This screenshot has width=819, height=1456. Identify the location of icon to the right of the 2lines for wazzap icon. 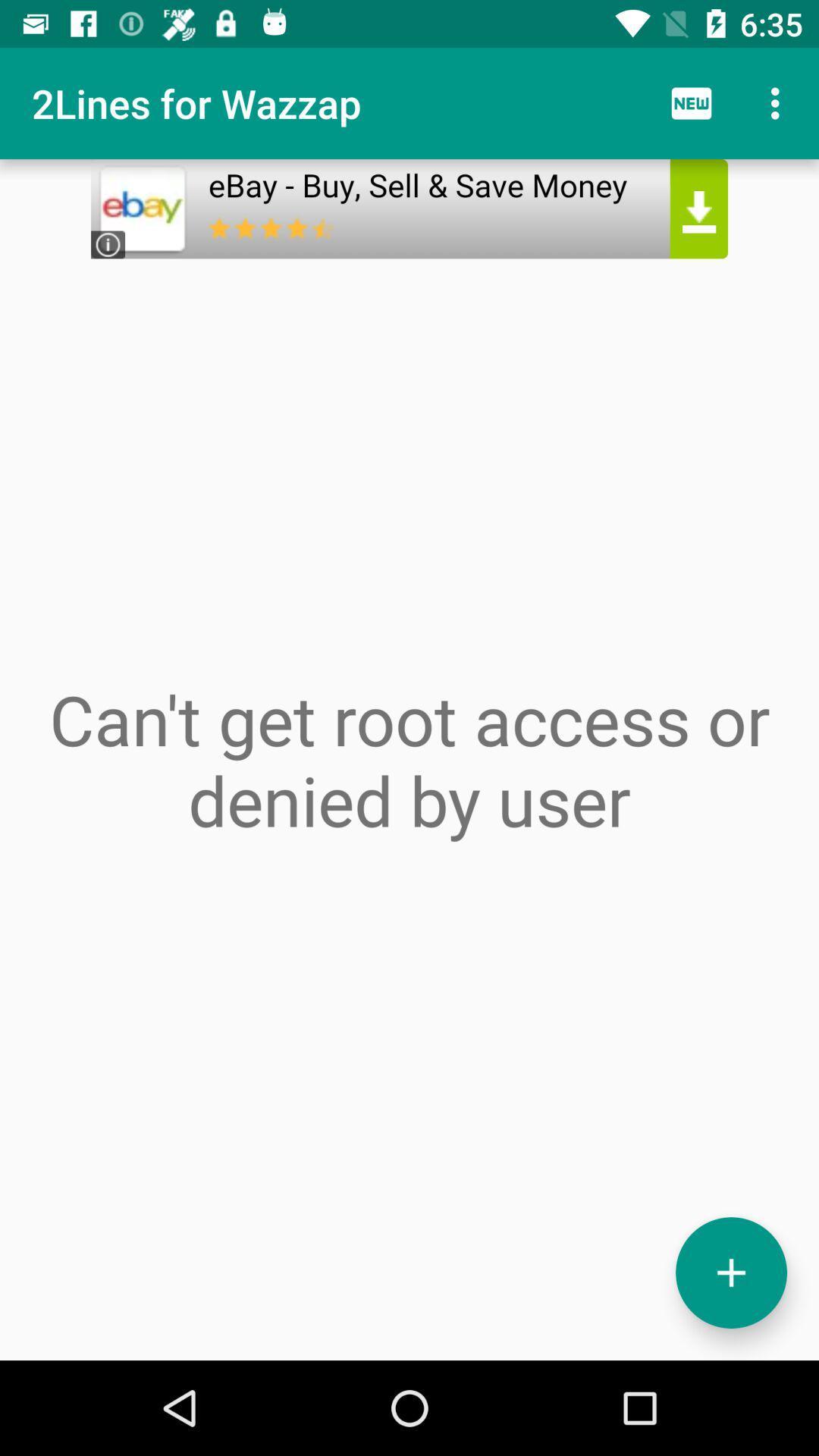
(691, 102).